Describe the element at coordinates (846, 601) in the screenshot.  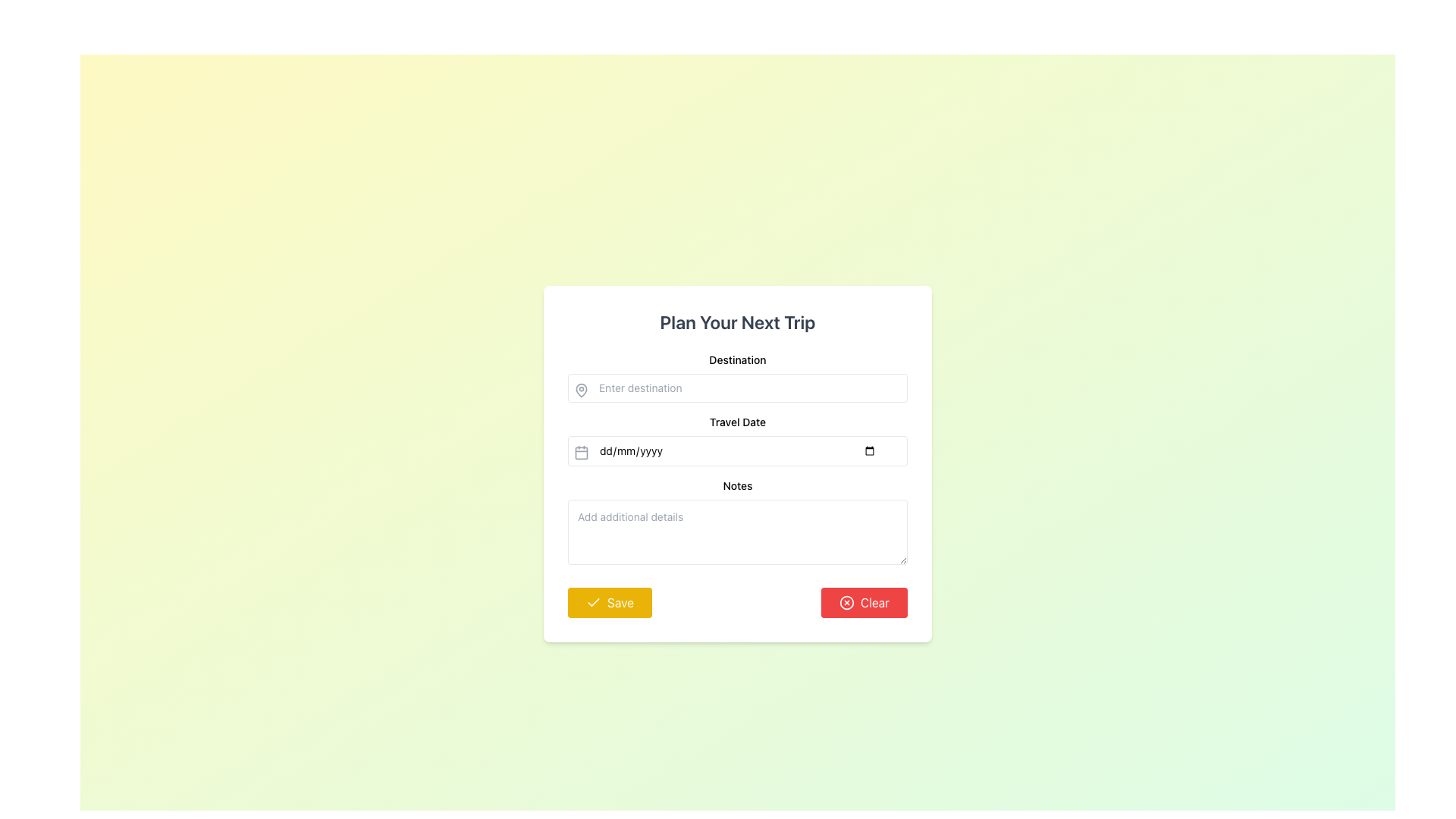
I see `the red circular decorative icon associated with the 'Clear' button located at the bottom right of the form section` at that location.